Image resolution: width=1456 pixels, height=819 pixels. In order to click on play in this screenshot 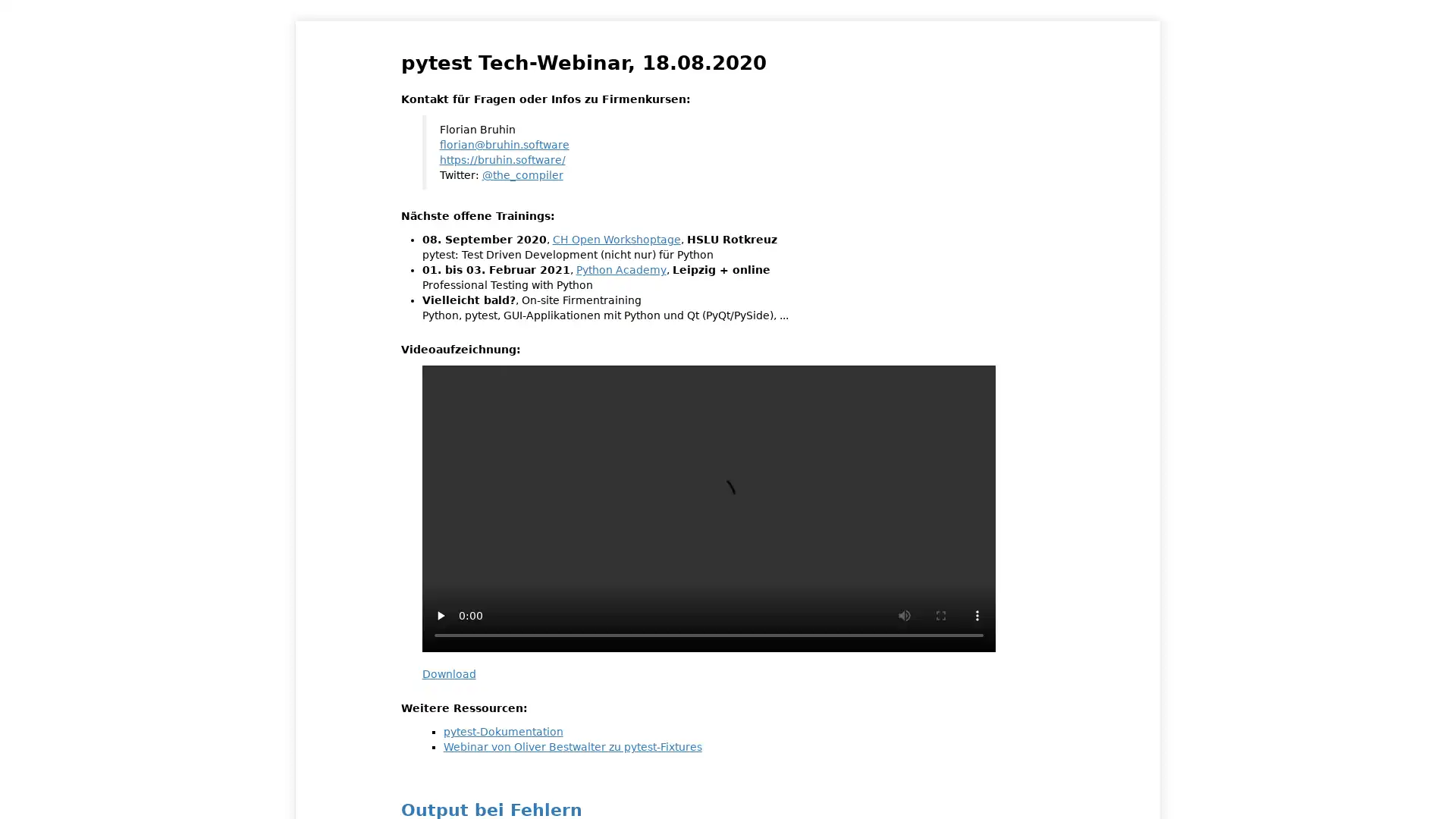, I will do `click(439, 616)`.